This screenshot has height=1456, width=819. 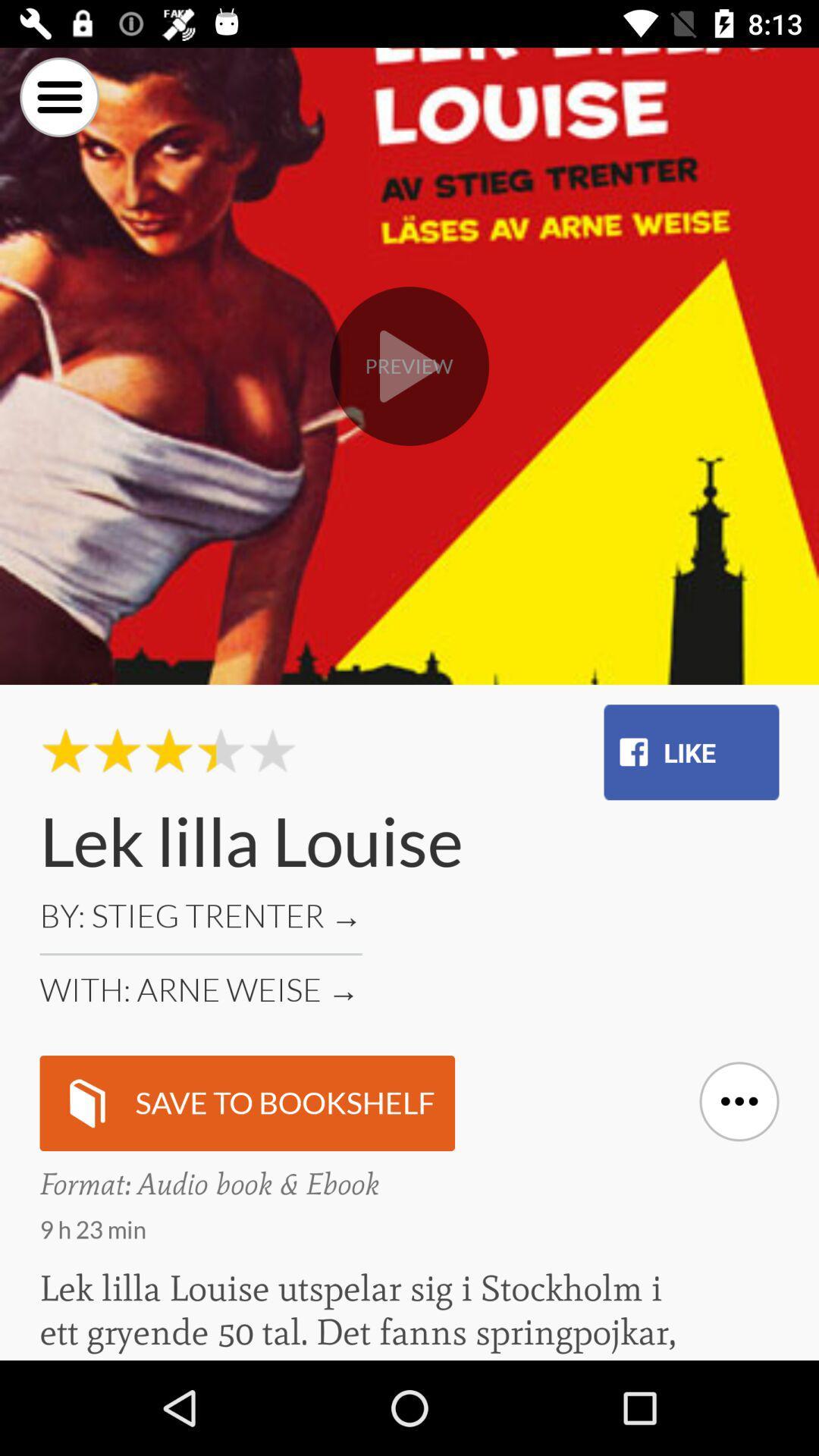 What do you see at coordinates (409, 366) in the screenshot?
I see `play button` at bounding box center [409, 366].